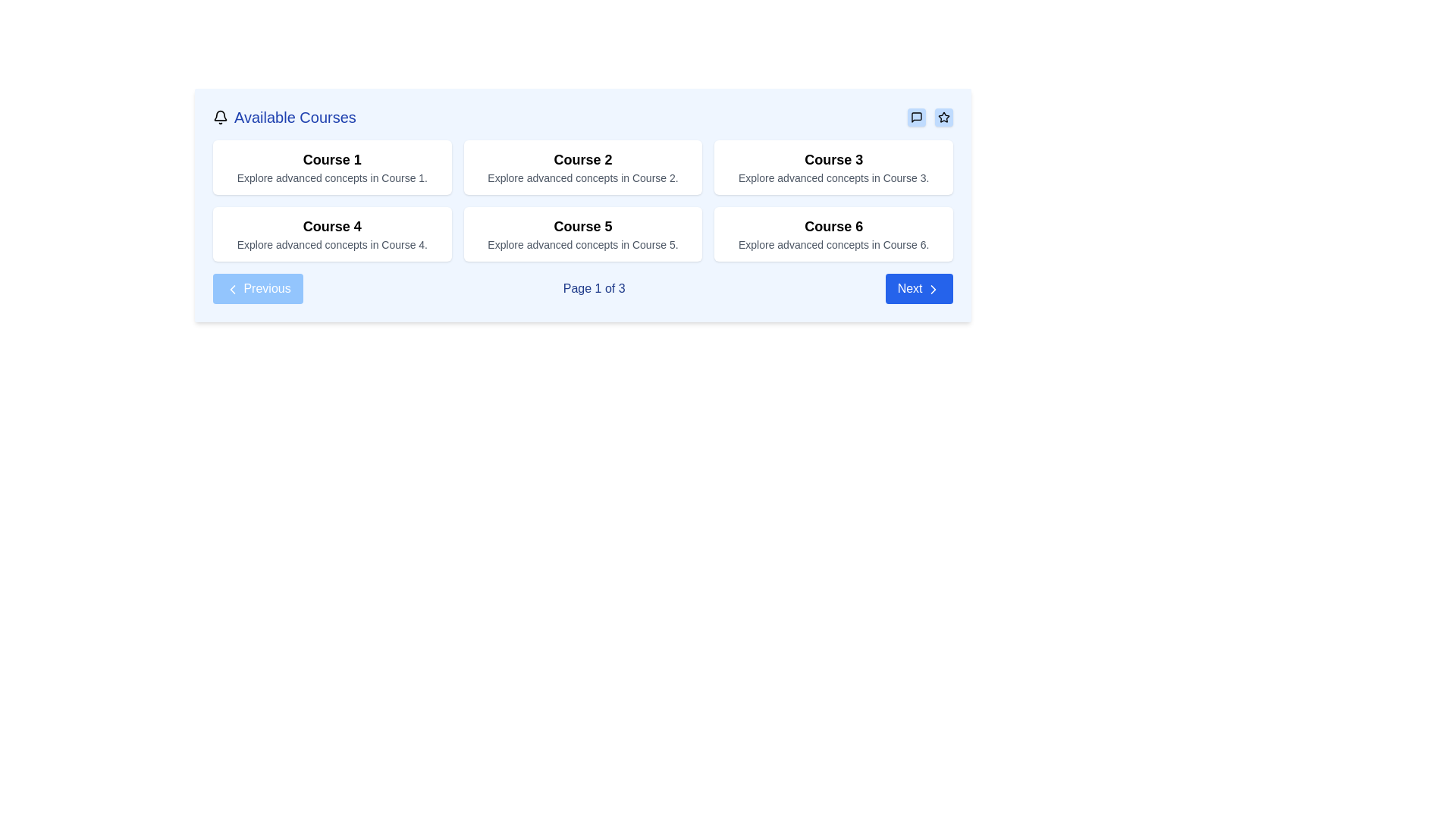 The height and width of the screenshot is (819, 1456). What do you see at coordinates (331, 234) in the screenshot?
I see `text displayed on the information card for 'Course 4', which is located in the fourth position of a grid layout, specifically below 'Course 1'` at bounding box center [331, 234].